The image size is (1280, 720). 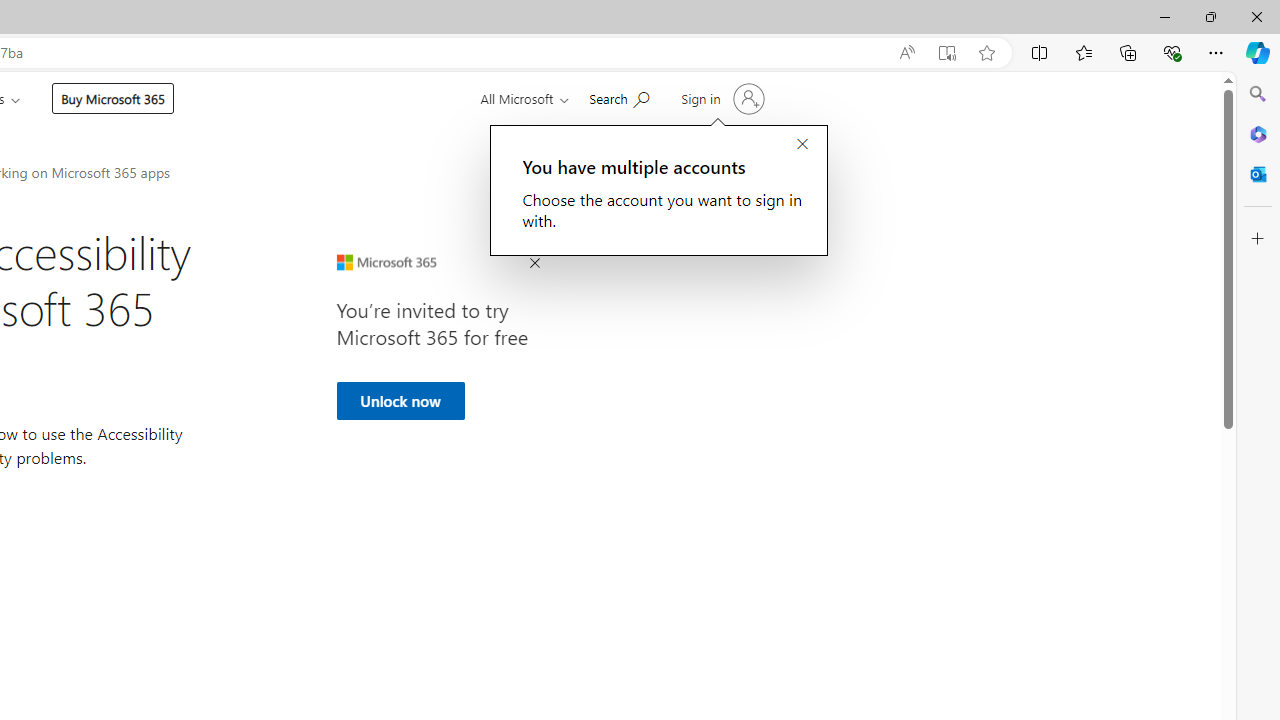 What do you see at coordinates (1082, 51) in the screenshot?
I see `'Favorites'` at bounding box center [1082, 51].